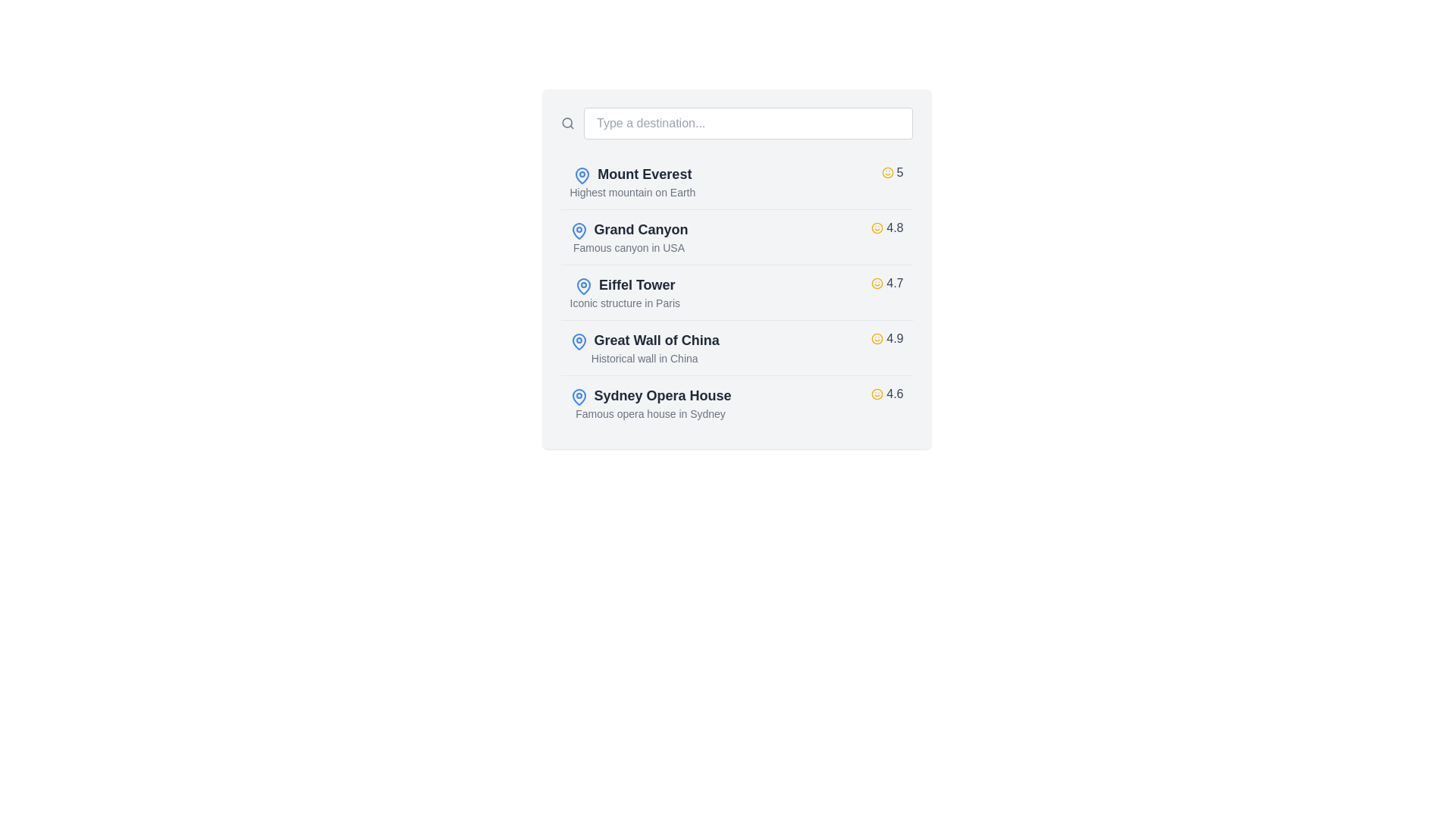 The height and width of the screenshot is (819, 1456). Describe the element at coordinates (887, 171) in the screenshot. I see `the circular yellow icon with a smiley face located next to the text '5' for 'Mount Everest'` at that location.